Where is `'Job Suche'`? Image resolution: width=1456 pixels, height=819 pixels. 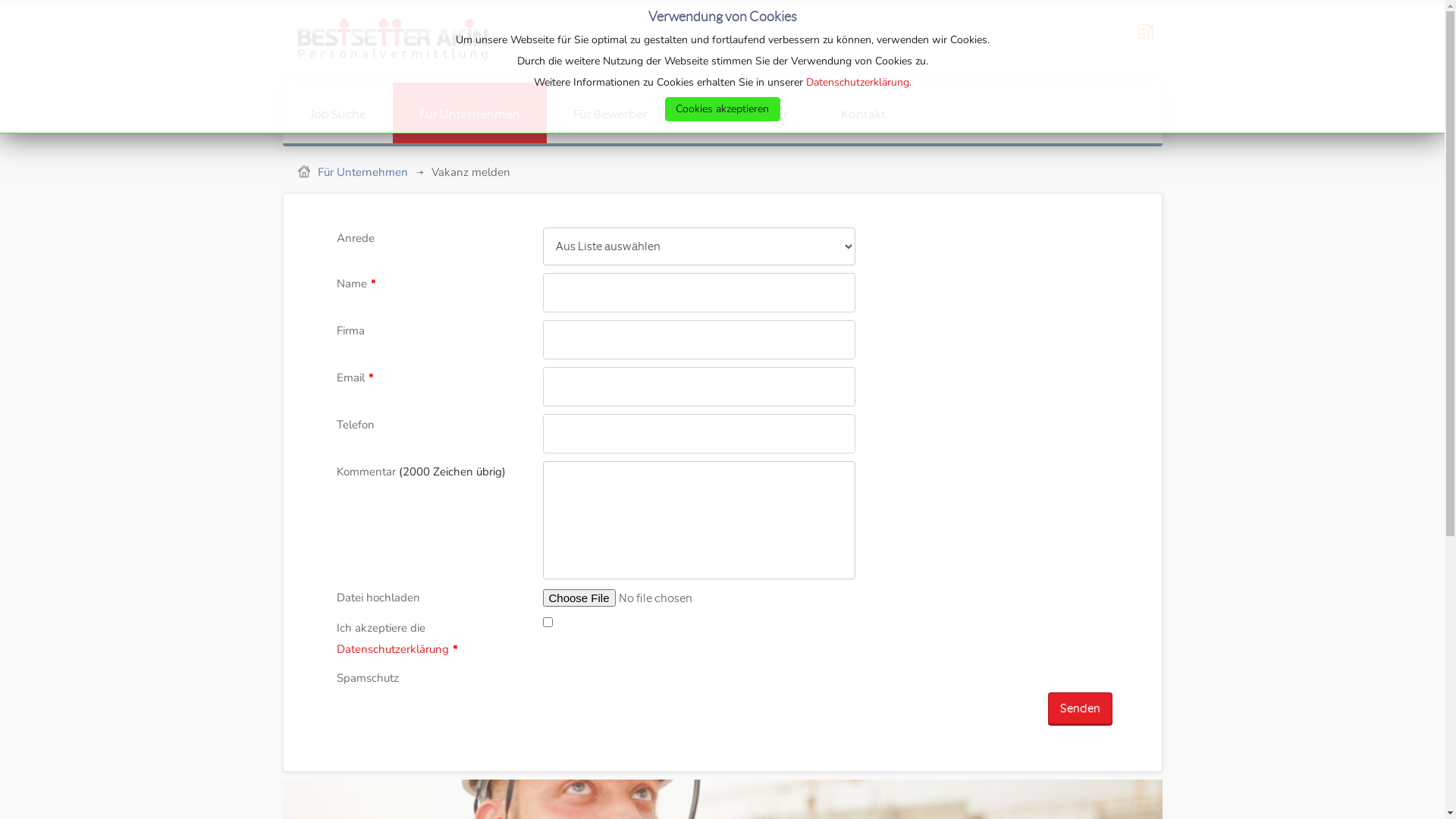
'Job Suche' is located at coordinates (336, 112).